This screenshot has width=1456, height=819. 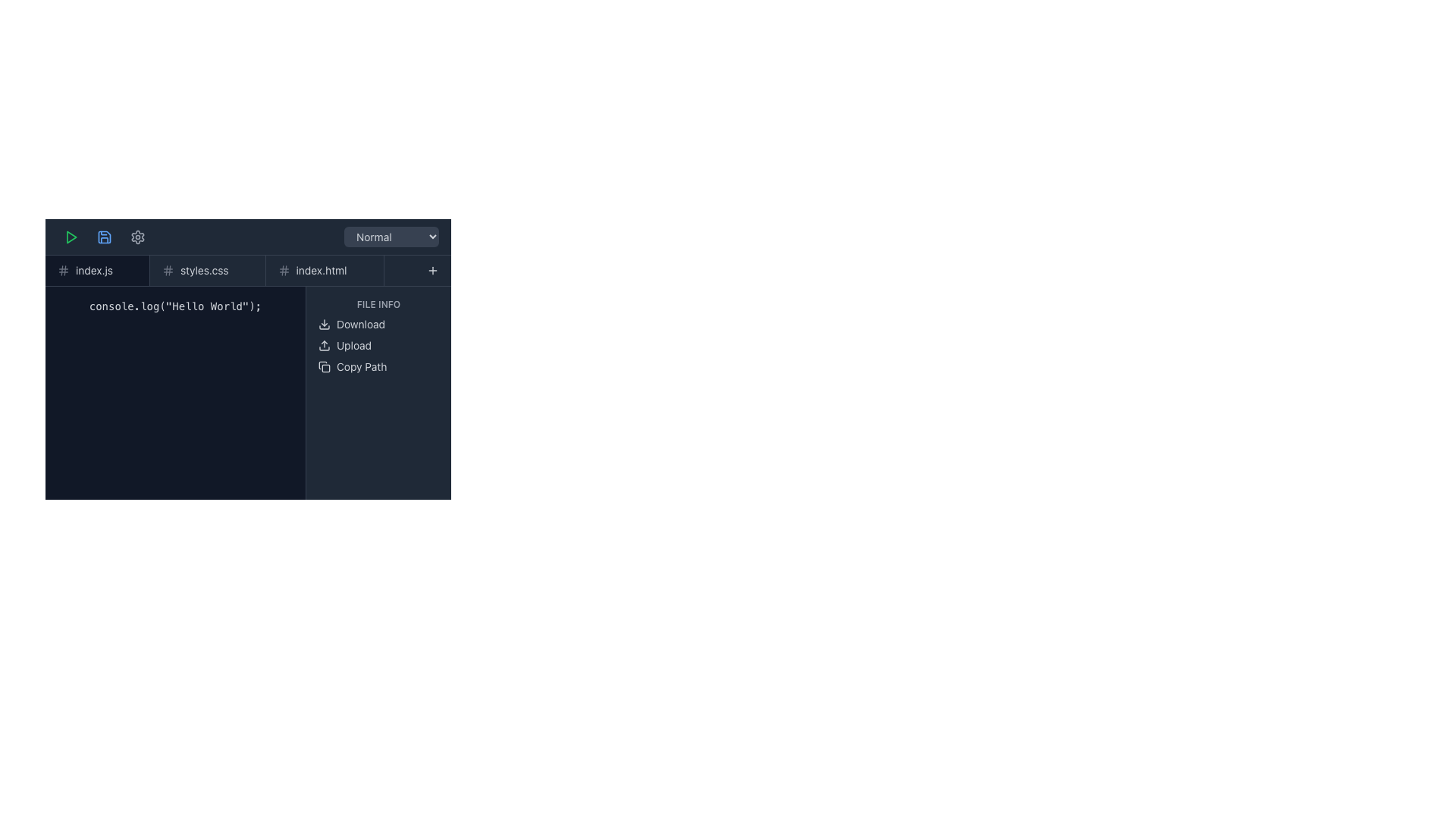 What do you see at coordinates (71, 237) in the screenshot?
I see `the triangular-shaped green play button located in the top left corner of its section` at bounding box center [71, 237].